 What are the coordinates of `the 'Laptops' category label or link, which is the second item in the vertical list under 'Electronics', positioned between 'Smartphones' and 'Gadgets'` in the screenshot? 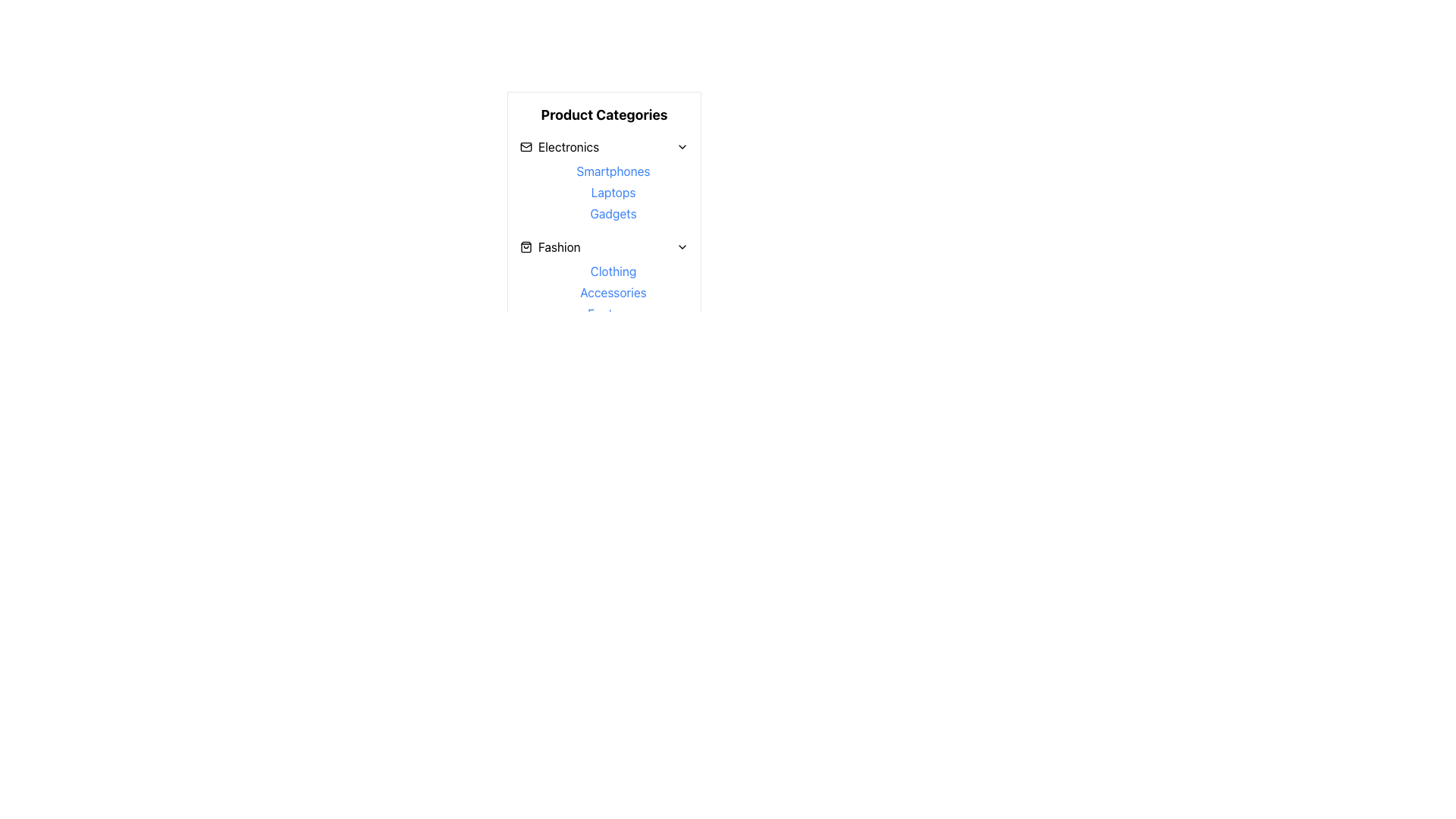 It's located at (613, 192).